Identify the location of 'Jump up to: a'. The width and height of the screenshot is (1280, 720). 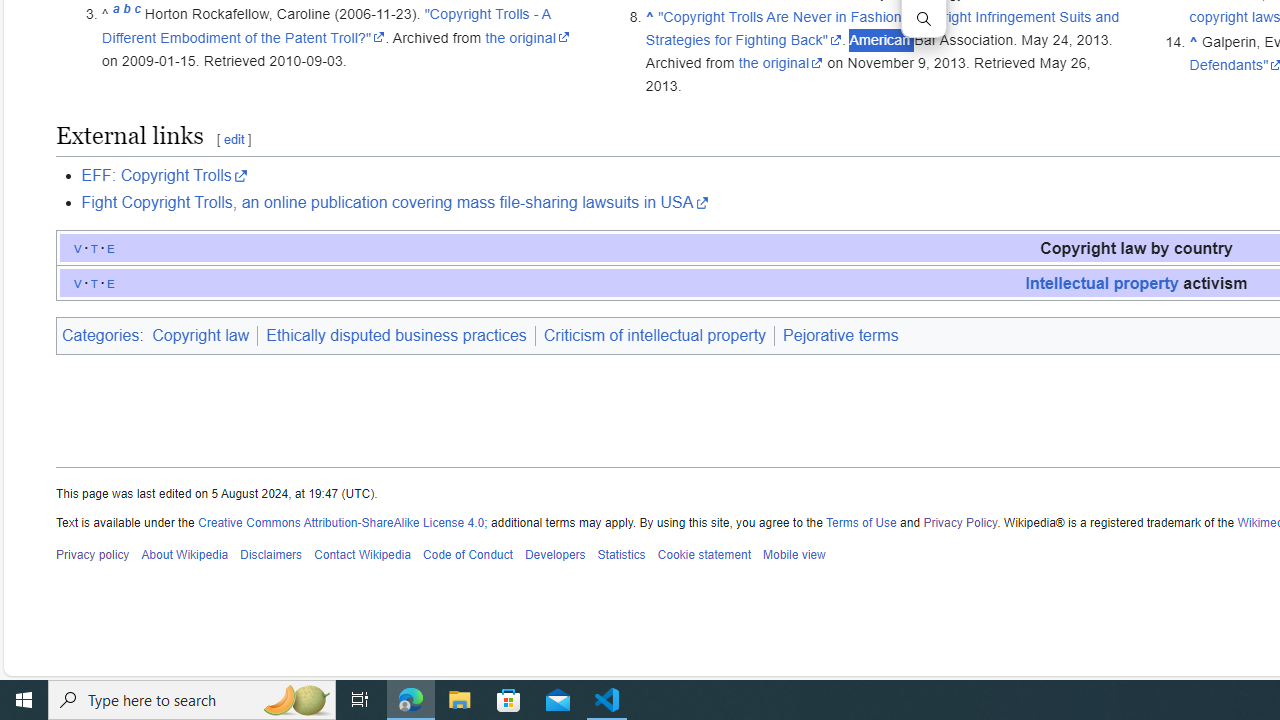
(115, 14).